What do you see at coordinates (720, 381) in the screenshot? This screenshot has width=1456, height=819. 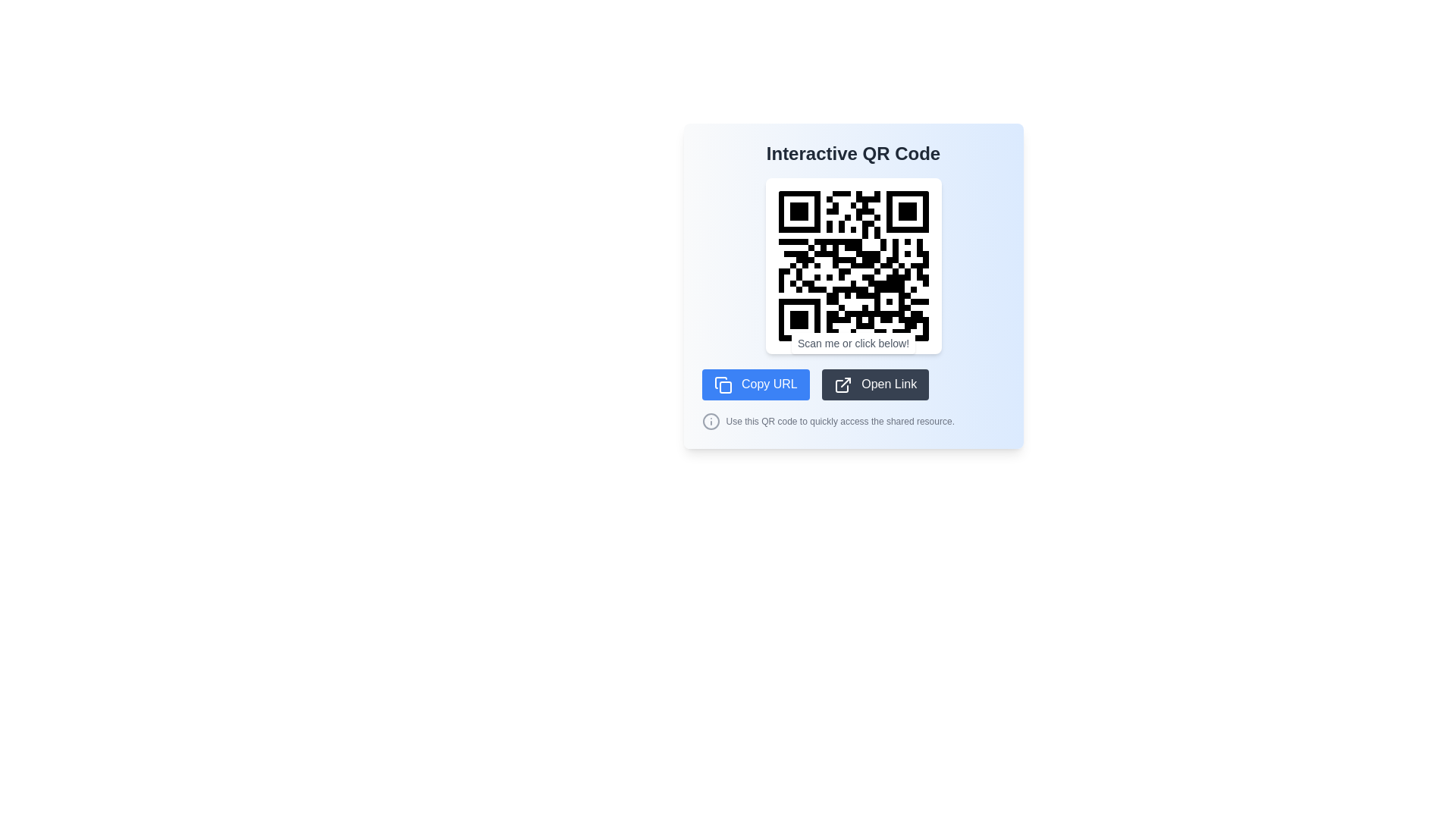 I see `the graphical icon component representing a copying function located near the top-right corner of the interface` at bounding box center [720, 381].